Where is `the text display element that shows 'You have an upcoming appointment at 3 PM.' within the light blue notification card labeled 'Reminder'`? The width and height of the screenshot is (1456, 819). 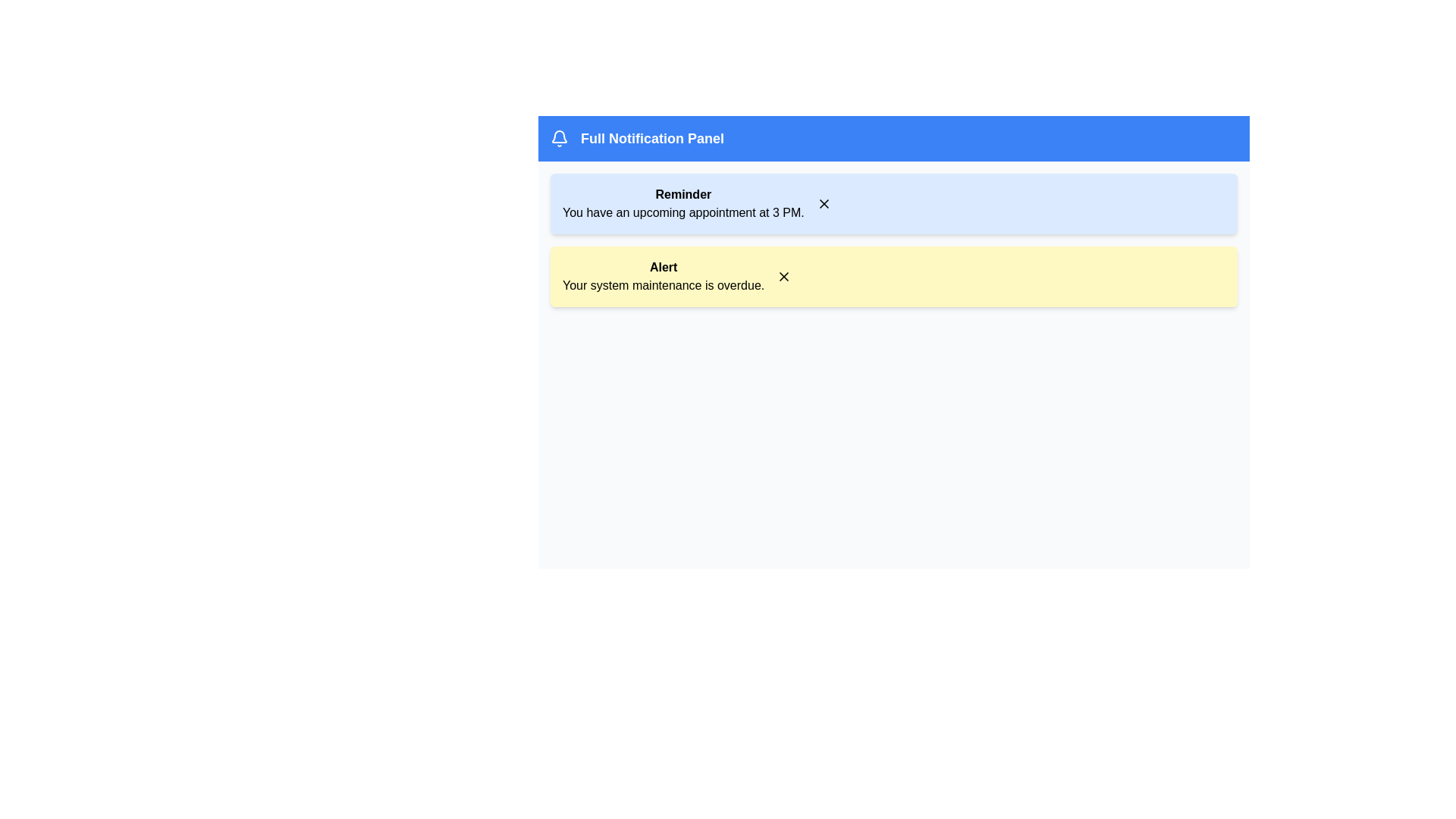
the text display element that shows 'You have an upcoming appointment at 3 PM.' within the light blue notification card labeled 'Reminder' is located at coordinates (682, 213).